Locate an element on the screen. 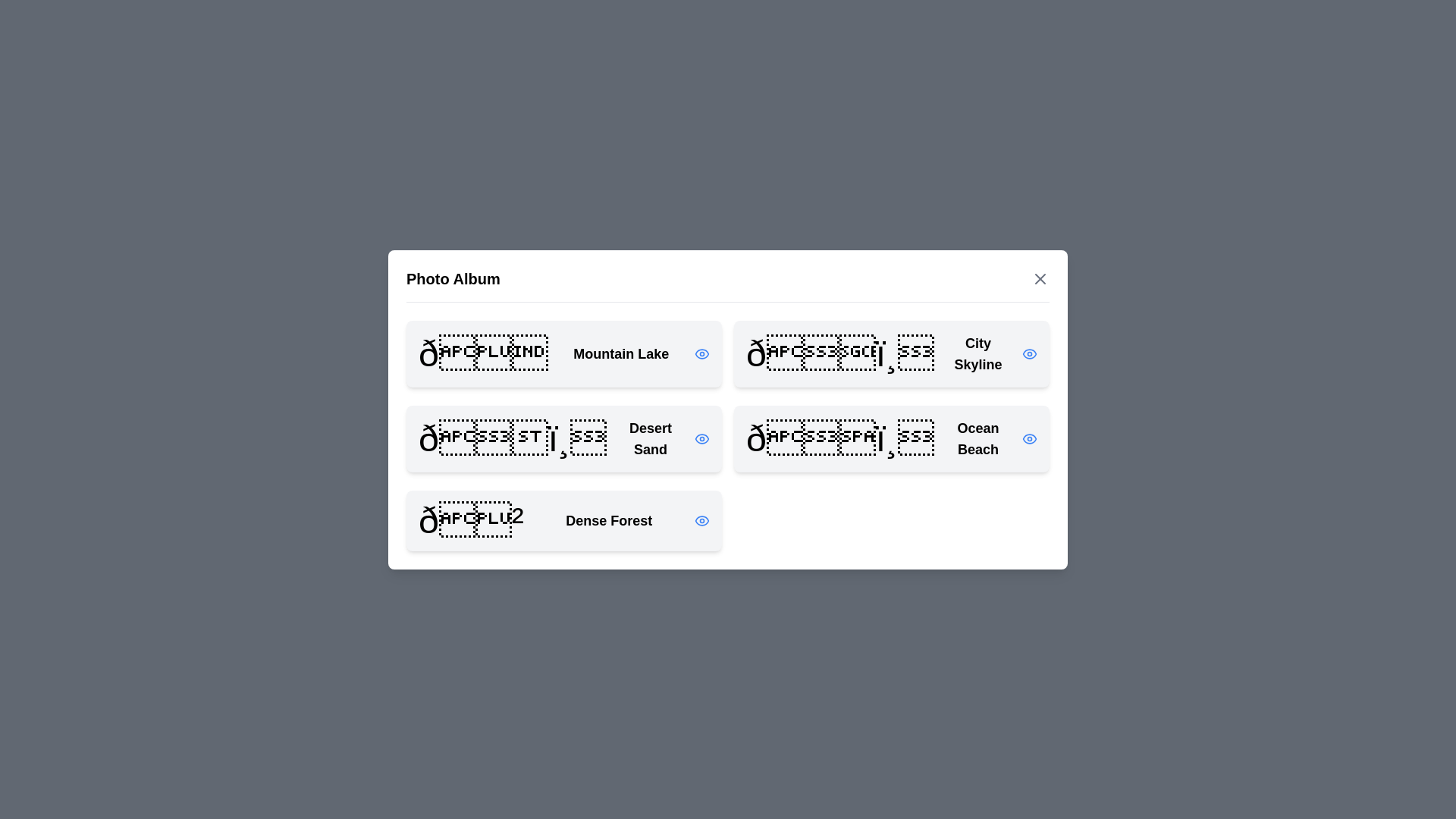 Image resolution: width=1456 pixels, height=819 pixels. 'eye' icon next to the photo titled 'Desert Sand' to view it in detail is located at coordinates (701, 438).